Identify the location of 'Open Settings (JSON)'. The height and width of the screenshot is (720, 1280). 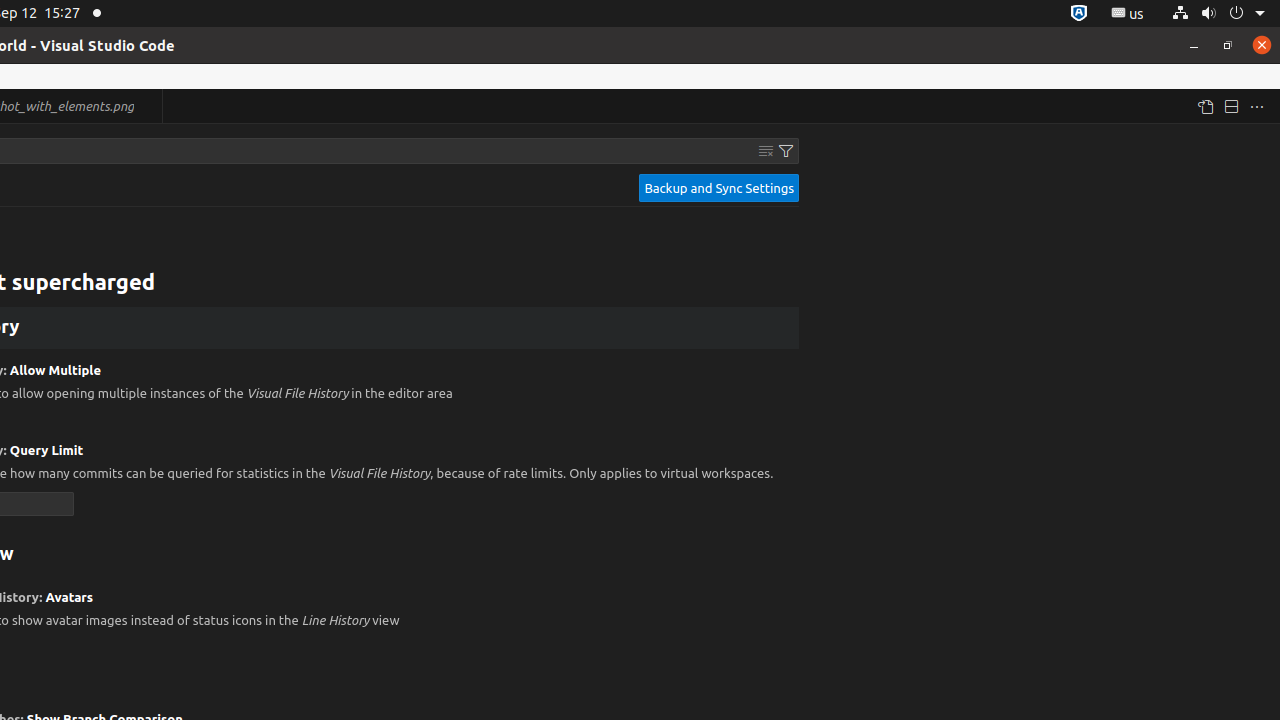
(1203, 106).